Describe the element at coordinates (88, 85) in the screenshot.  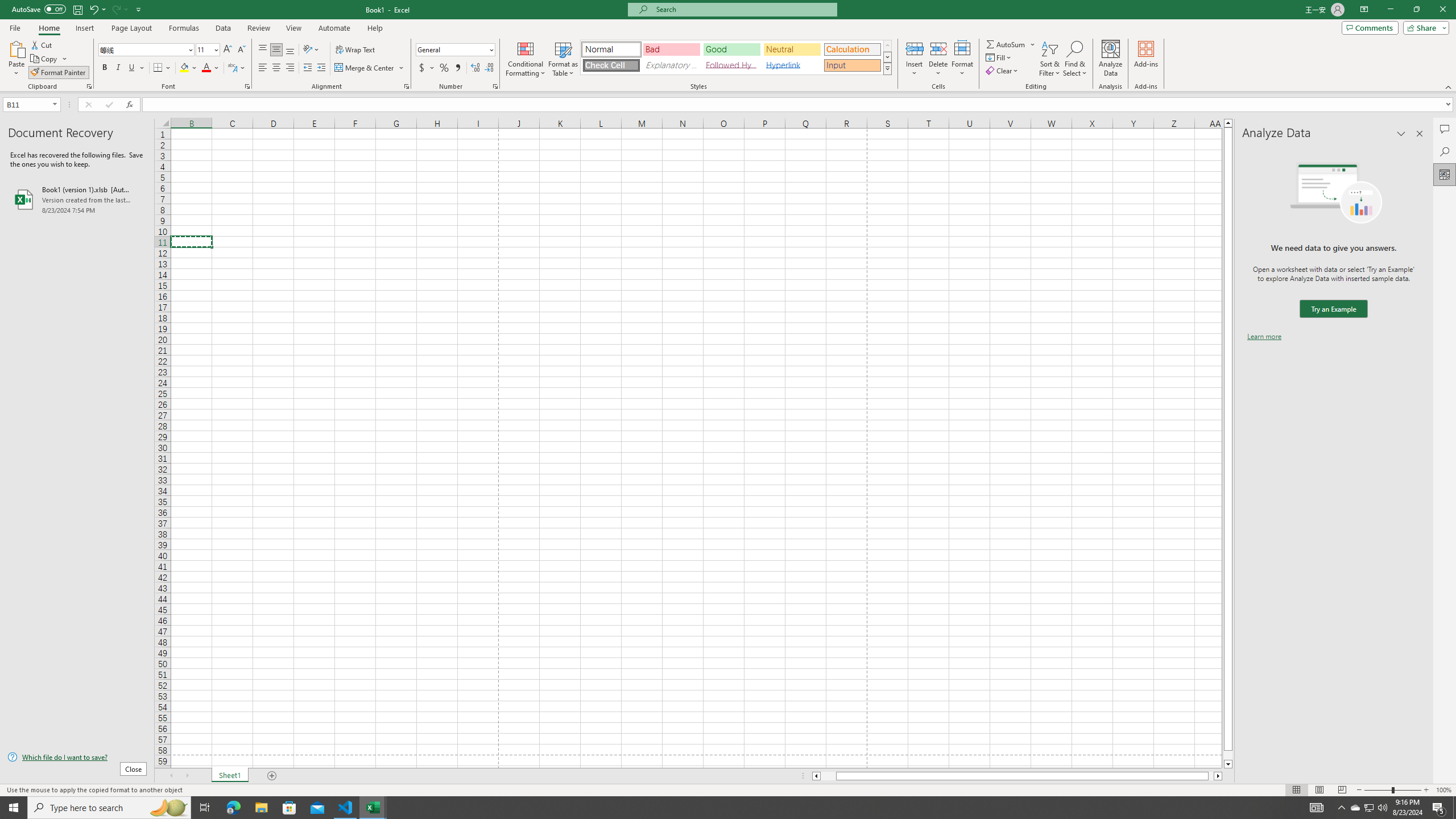
I see `'Office Clipboard...'` at that location.